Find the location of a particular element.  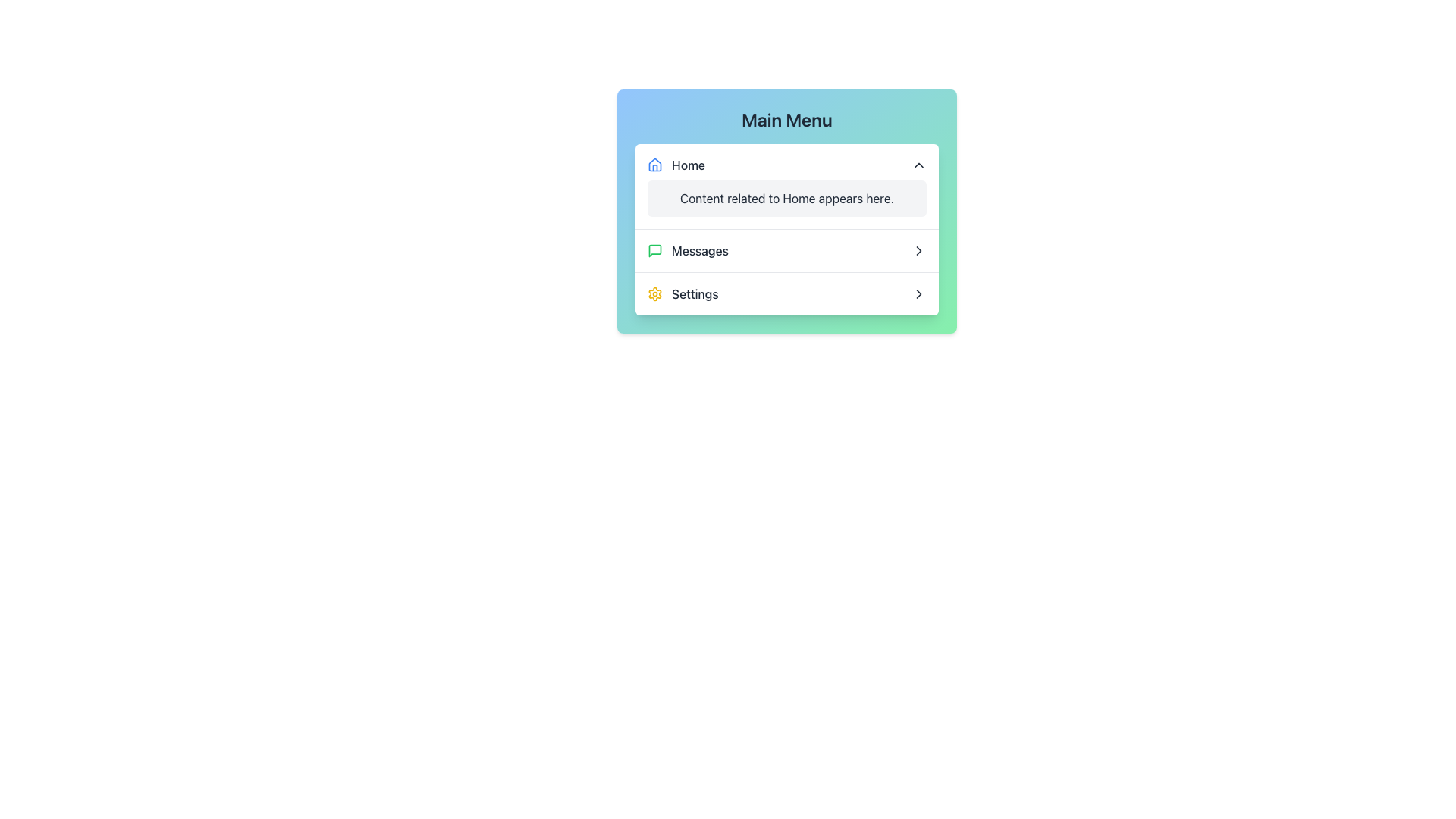

the 'Settings' text label with the yellow gear icon in the bottom row of the vertical navigation menu is located at coordinates (682, 294).